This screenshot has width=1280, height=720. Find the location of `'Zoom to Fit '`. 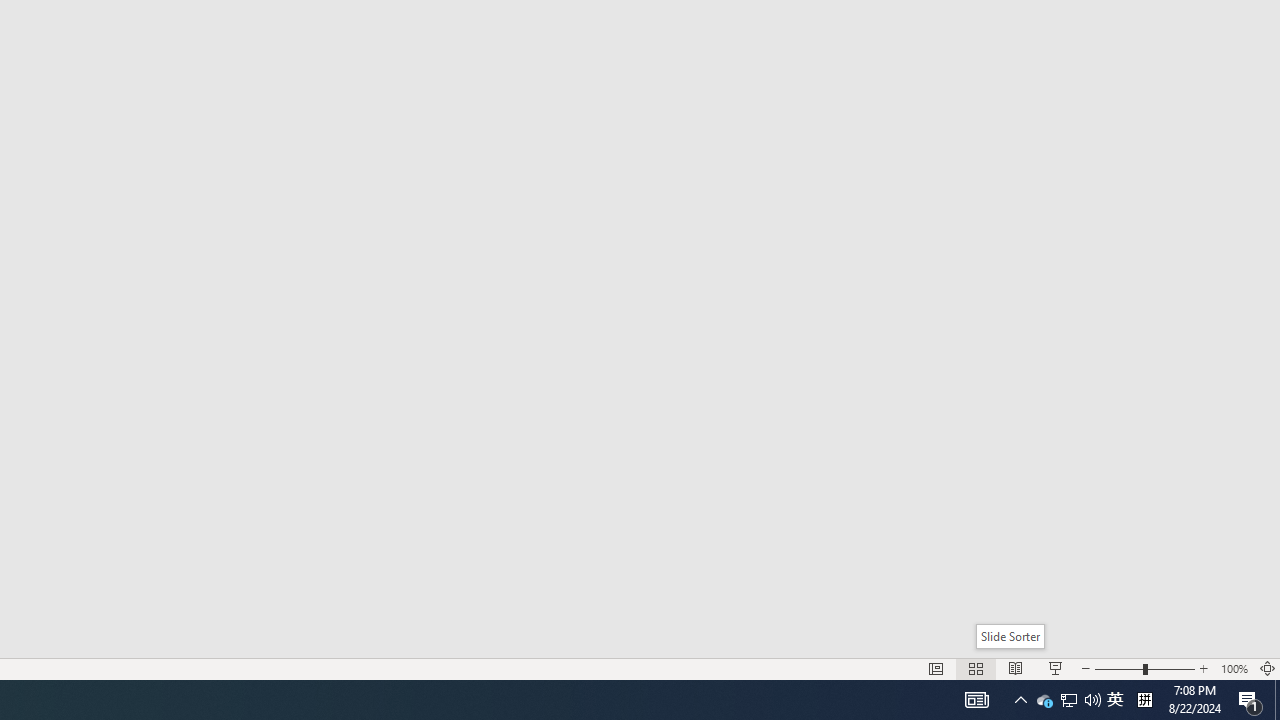

'Zoom to Fit ' is located at coordinates (1266, 669).